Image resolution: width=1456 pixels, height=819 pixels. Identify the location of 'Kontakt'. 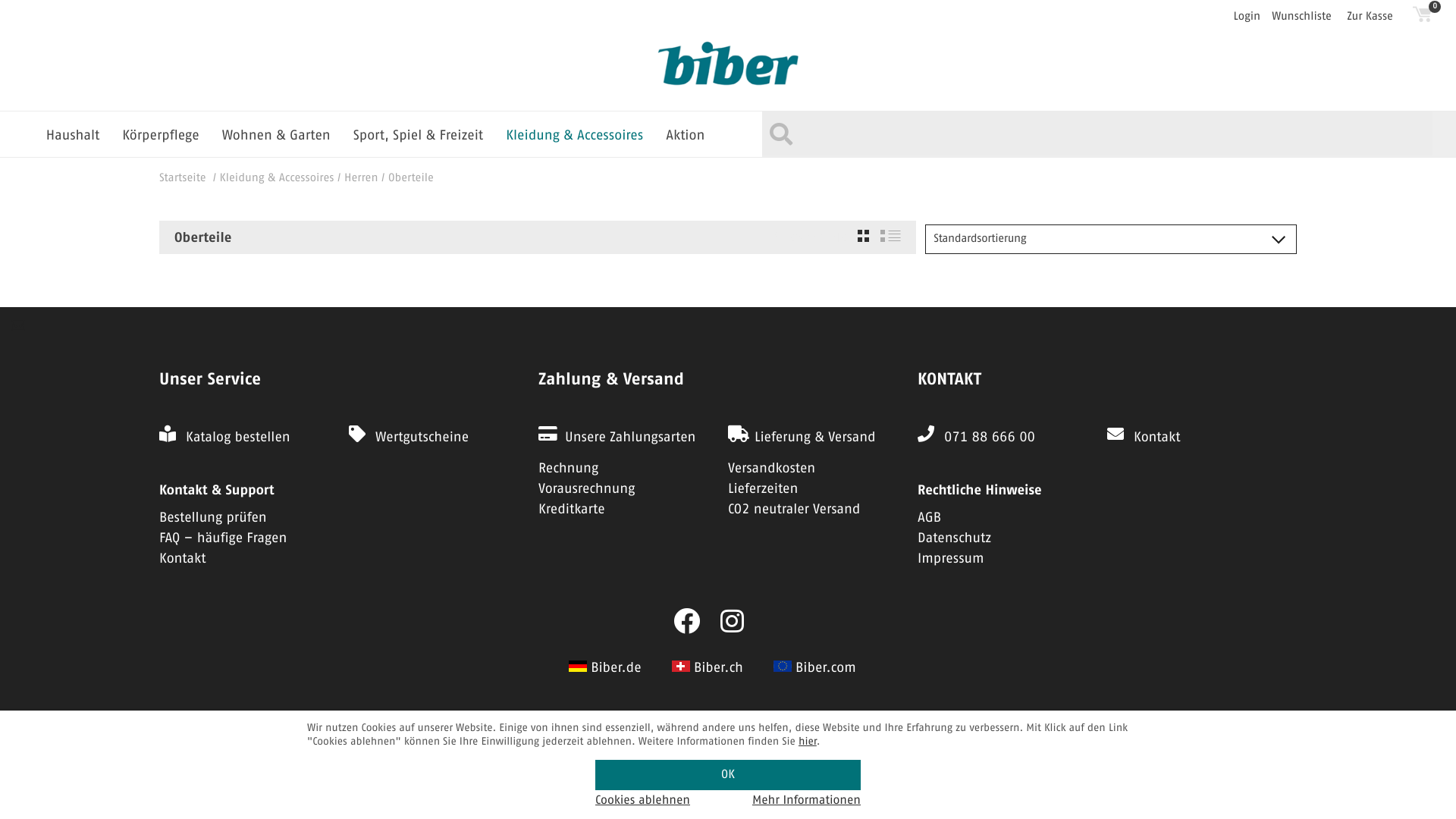
(1156, 438).